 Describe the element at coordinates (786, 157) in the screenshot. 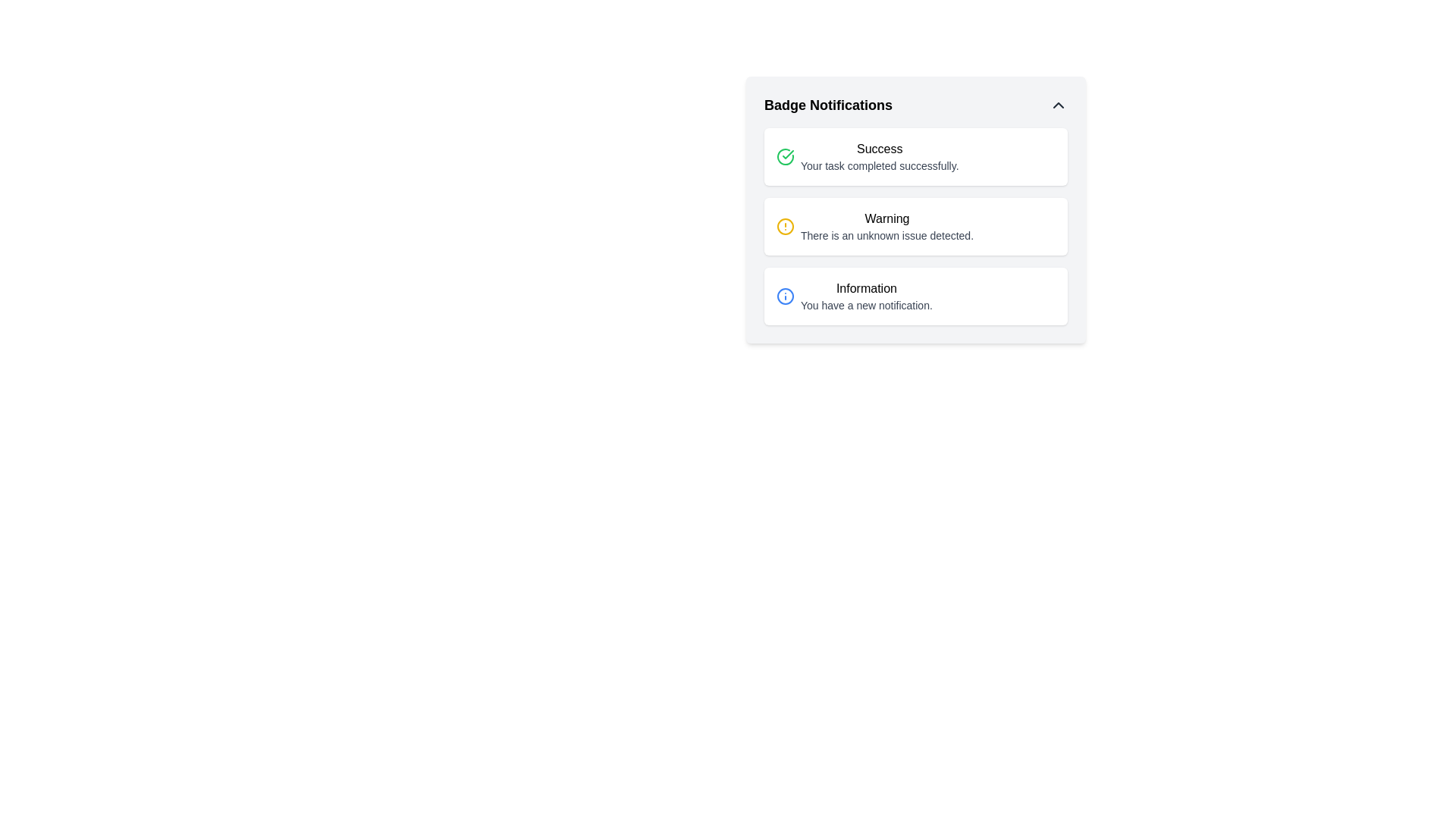

I see `the success icon located at the top-left of the 'Success' notification block` at that location.